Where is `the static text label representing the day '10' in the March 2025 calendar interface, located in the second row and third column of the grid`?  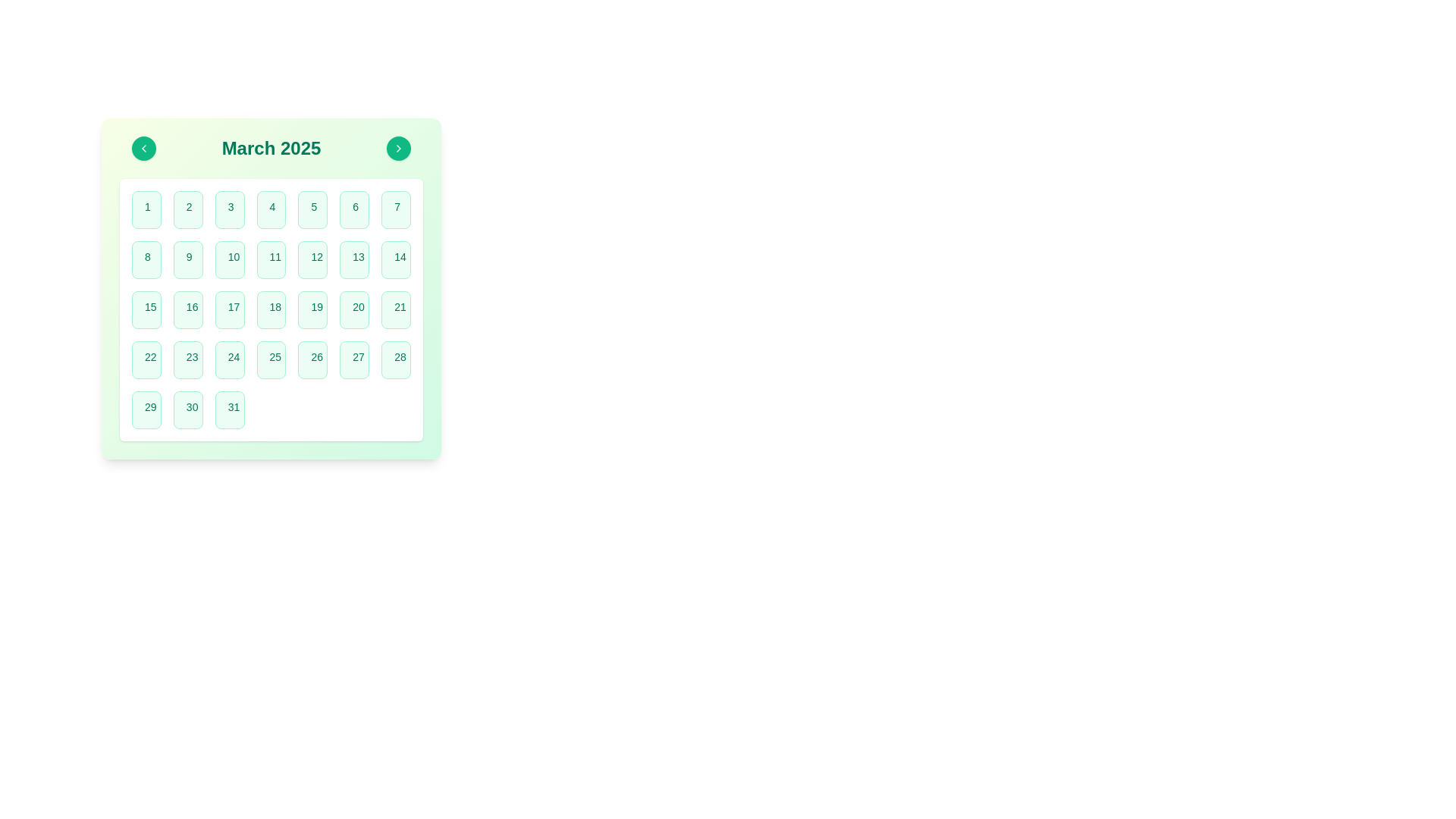
the static text label representing the day '10' in the March 2025 calendar interface, located in the second row and third column of the grid is located at coordinates (233, 256).